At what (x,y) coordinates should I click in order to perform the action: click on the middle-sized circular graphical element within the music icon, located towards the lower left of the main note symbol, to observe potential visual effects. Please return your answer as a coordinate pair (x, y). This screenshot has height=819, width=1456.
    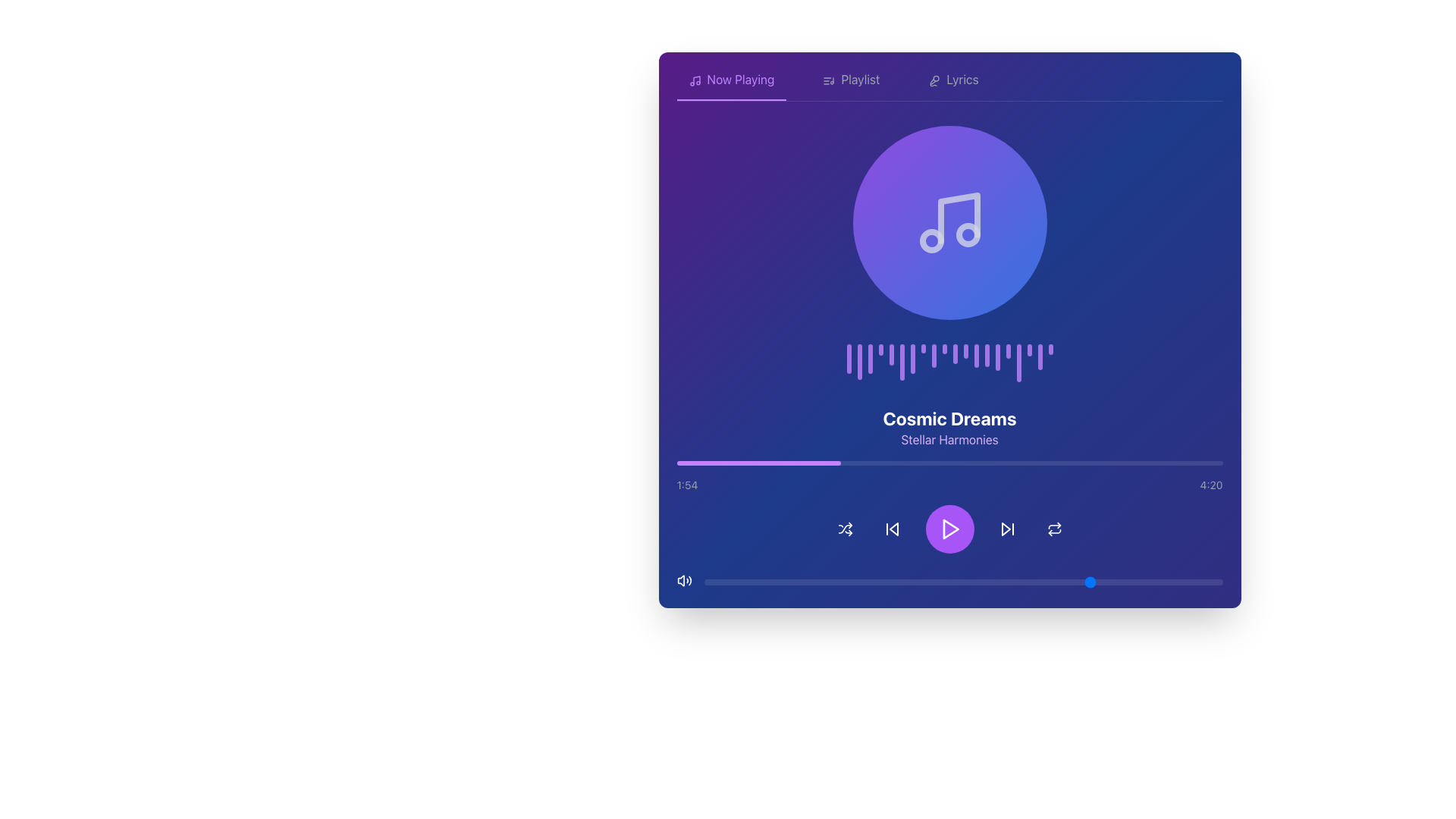
    Looking at the image, I should click on (930, 240).